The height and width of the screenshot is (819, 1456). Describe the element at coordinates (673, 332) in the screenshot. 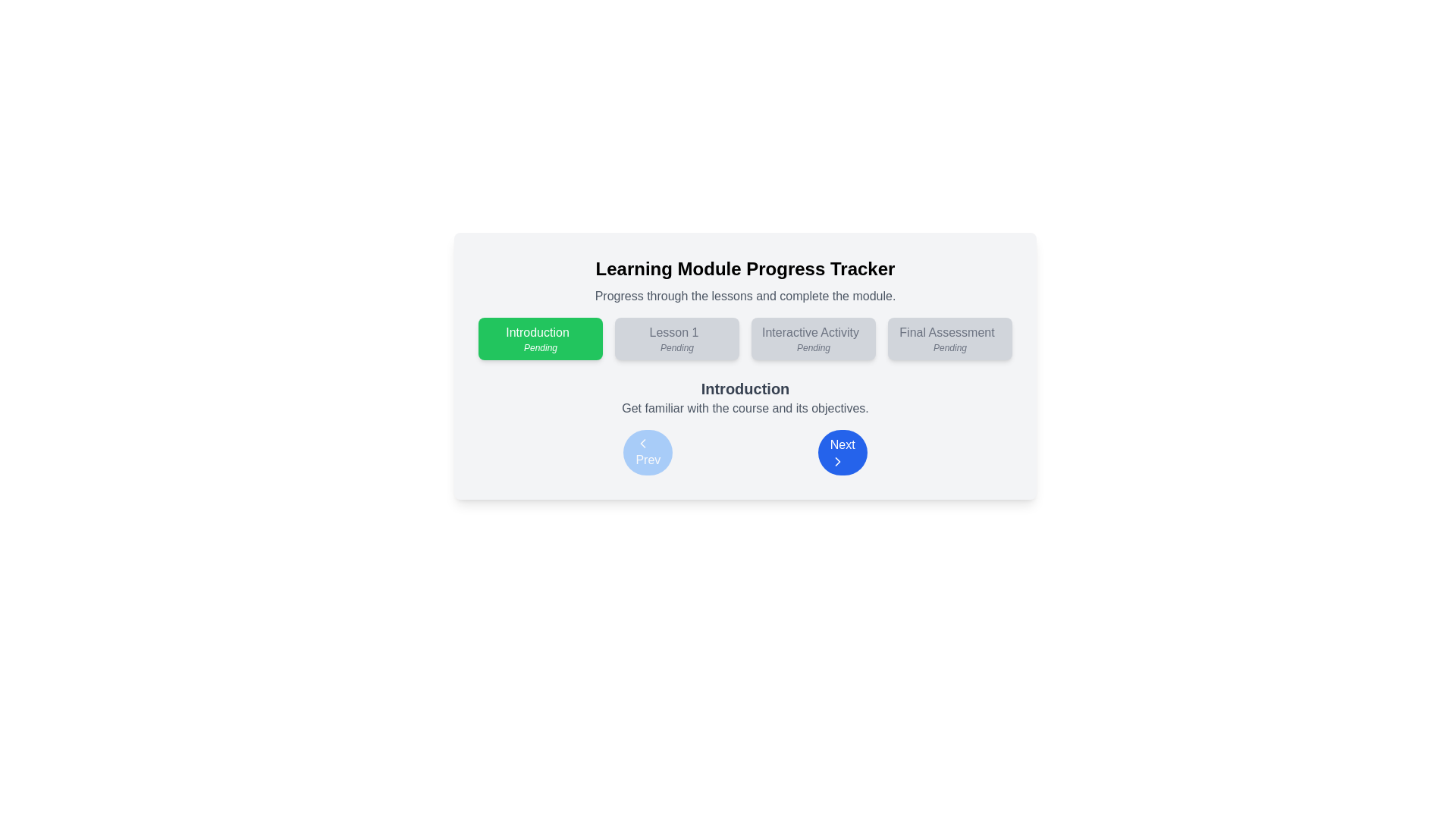

I see `the progress step labeled 'Lesson 1'` at that location.